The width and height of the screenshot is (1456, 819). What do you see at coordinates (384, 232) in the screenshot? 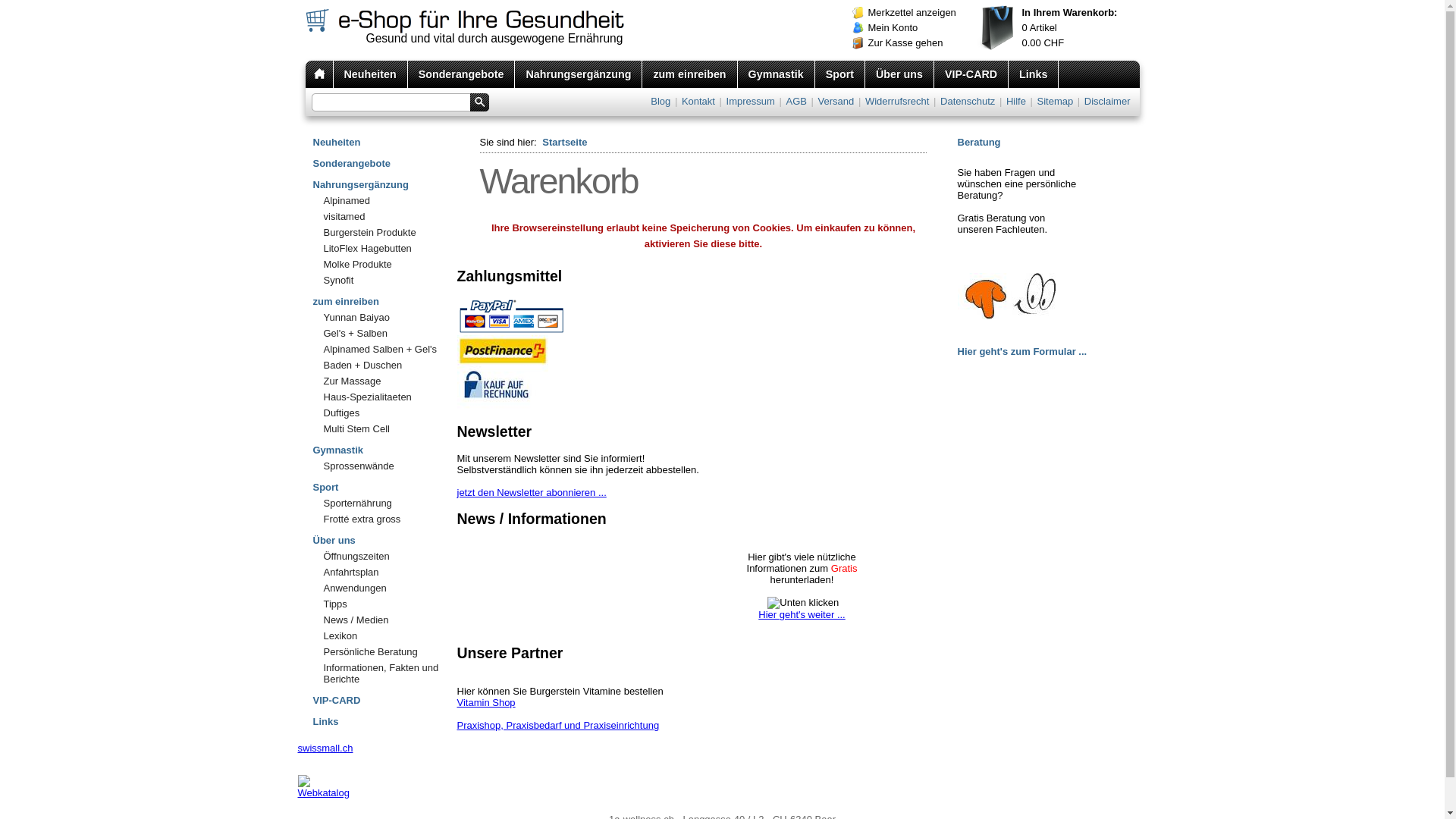
I see `'Burgerstein Produkte'` at bounding box center [384, 232].